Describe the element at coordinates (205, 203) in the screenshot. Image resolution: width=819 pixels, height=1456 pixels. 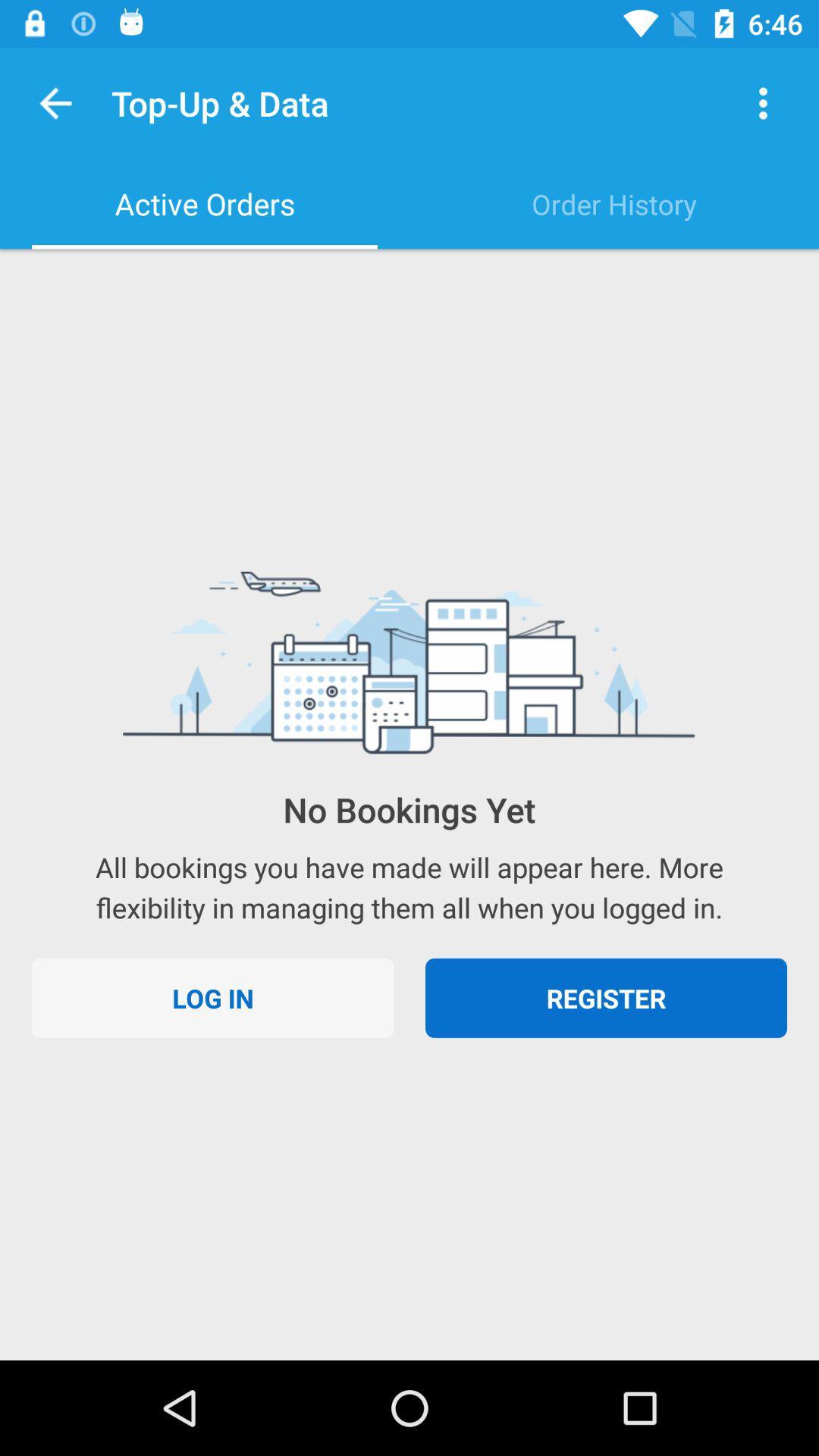
I see `the icon next to order history` at that location.